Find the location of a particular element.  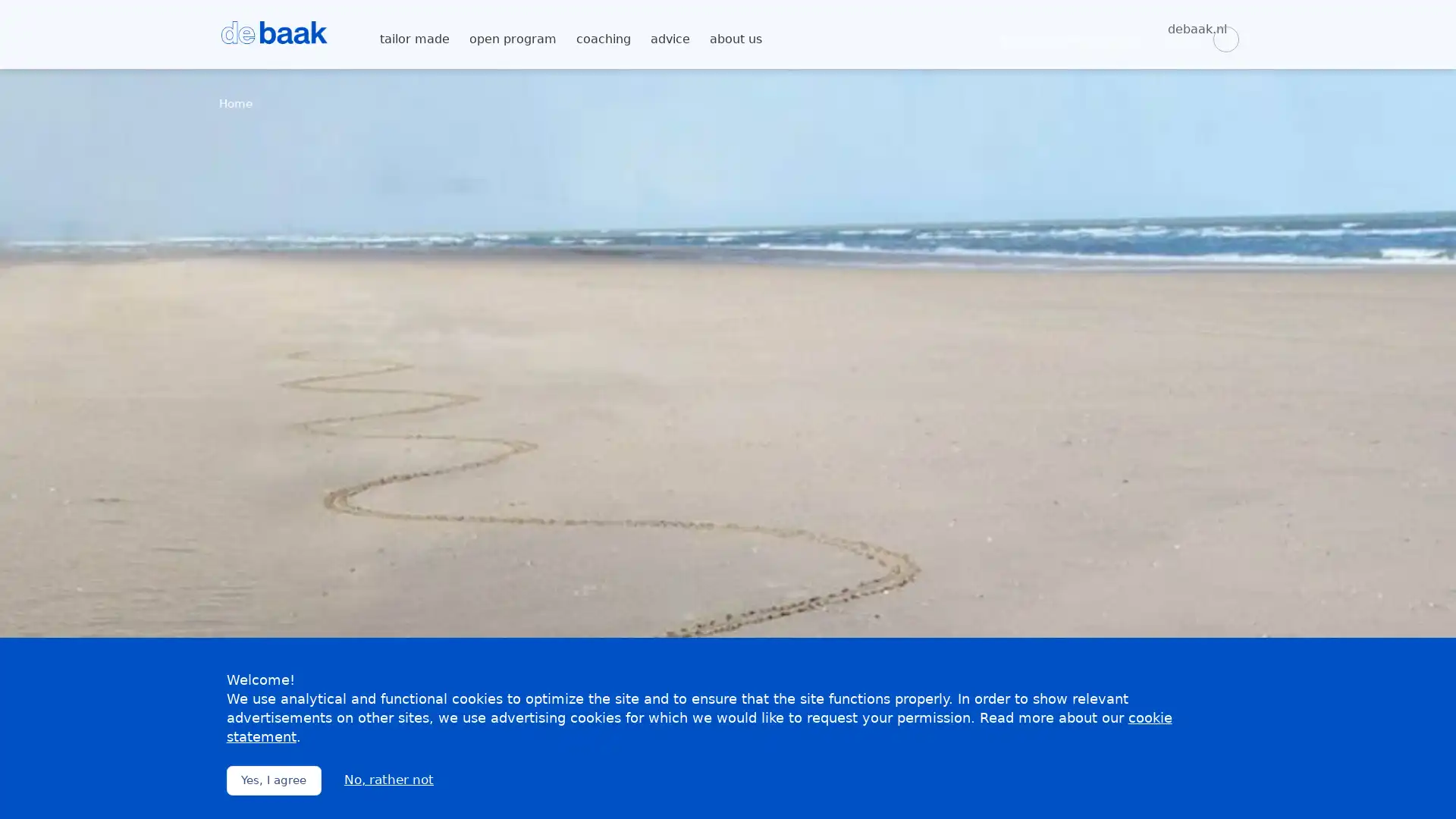

Zoeken is located at coordinates (1232, 79).